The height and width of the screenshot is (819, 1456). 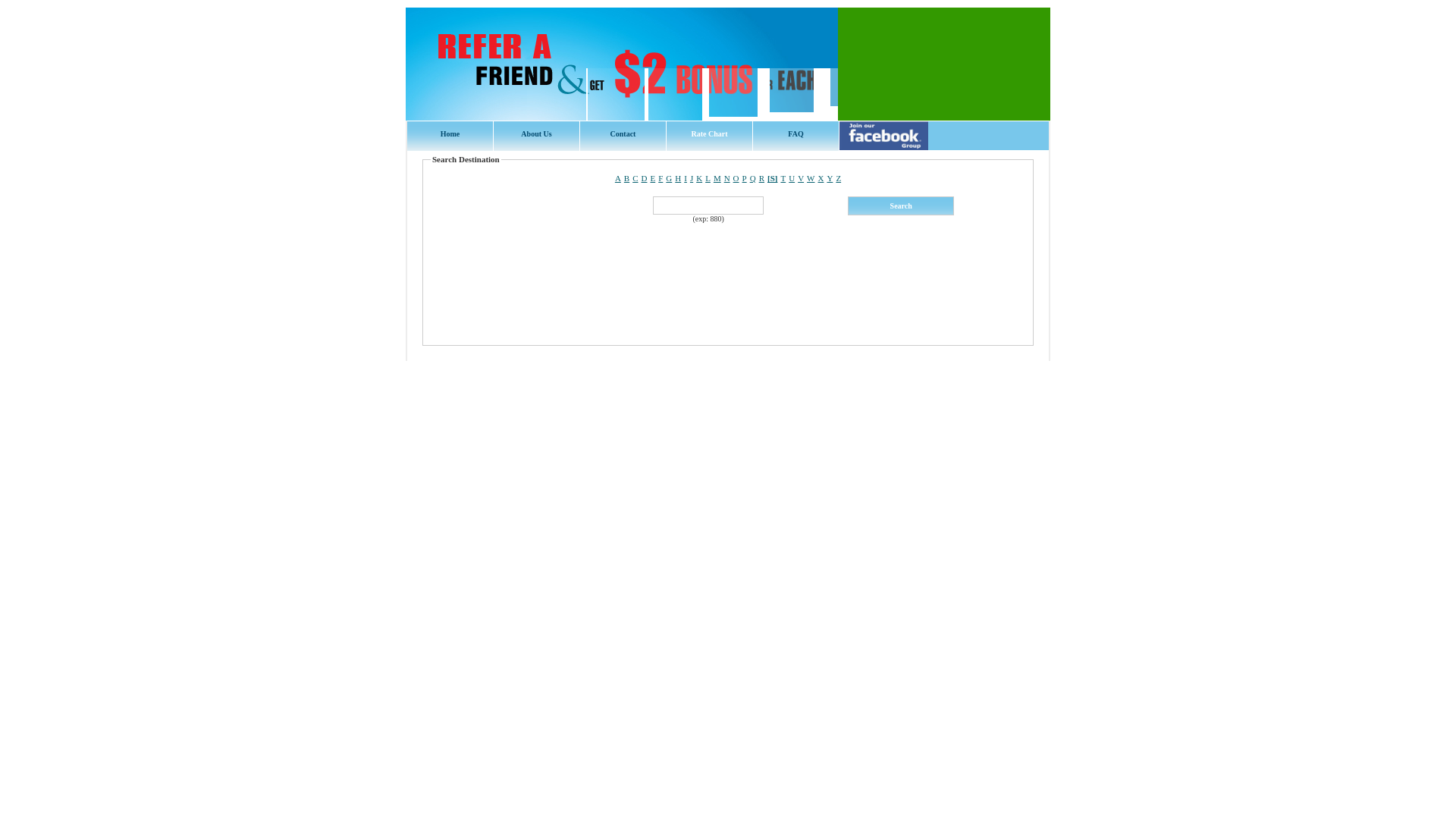 What do you see at coordinates (716, 177) in the screenshot?
I see `'M'` at bounding box center [716, 177].